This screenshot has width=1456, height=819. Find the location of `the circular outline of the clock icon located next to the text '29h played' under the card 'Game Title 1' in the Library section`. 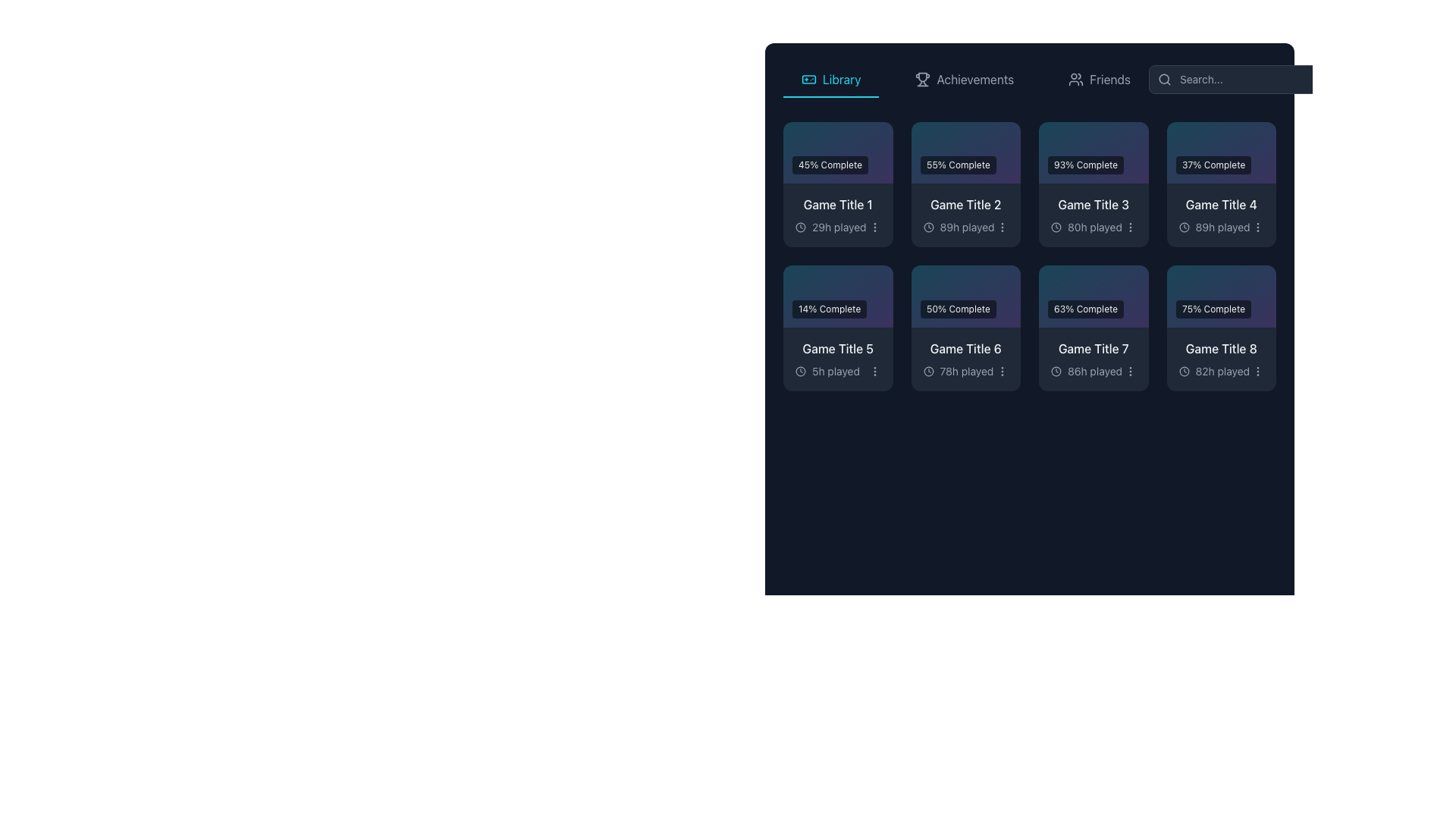

the circular outline of the clock icon located next to the text '29h played' under the card 'Game Title 1' in the Library section is located at coordinates (800, 227).